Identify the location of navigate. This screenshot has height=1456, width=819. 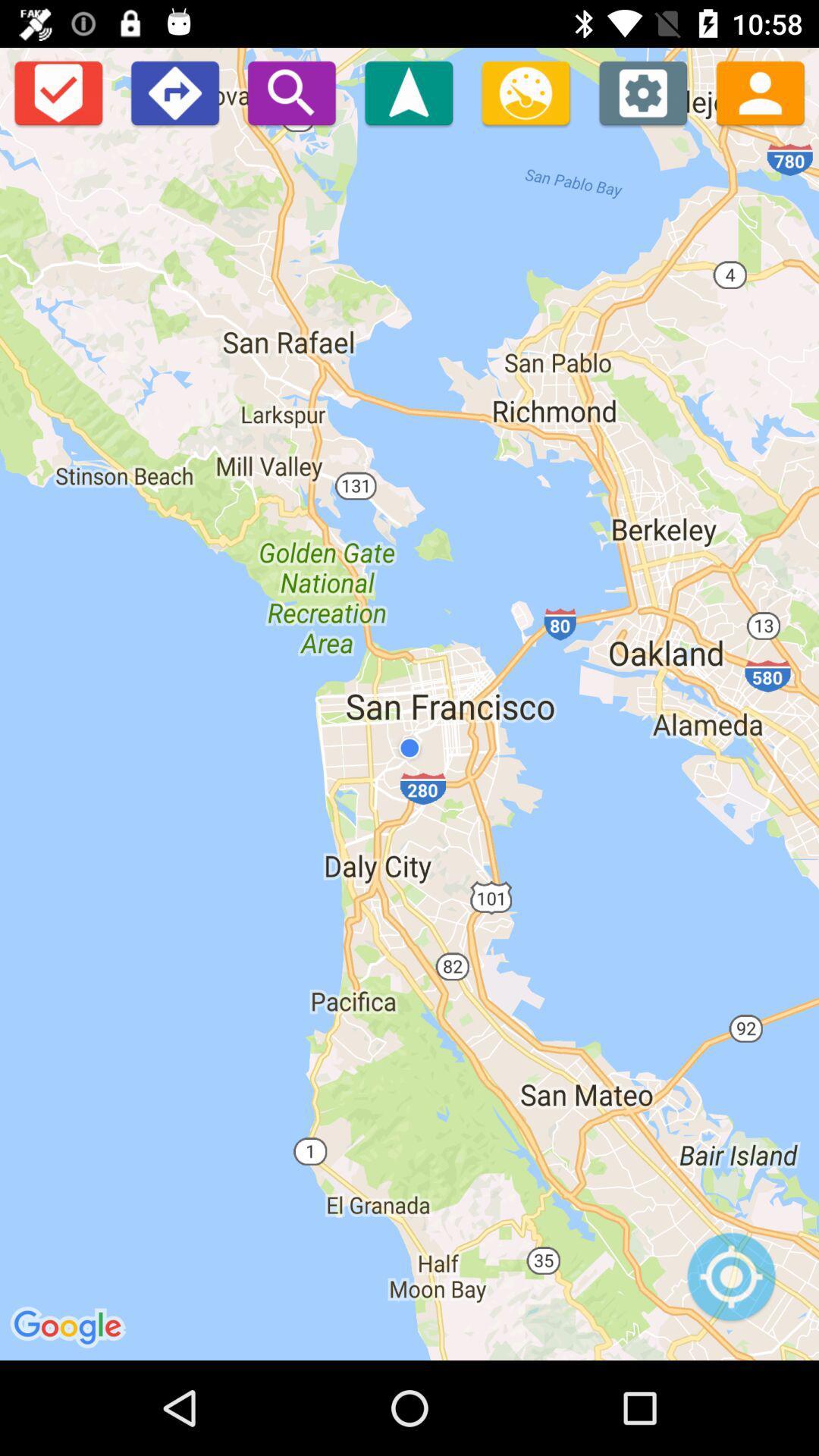
(408, 92).